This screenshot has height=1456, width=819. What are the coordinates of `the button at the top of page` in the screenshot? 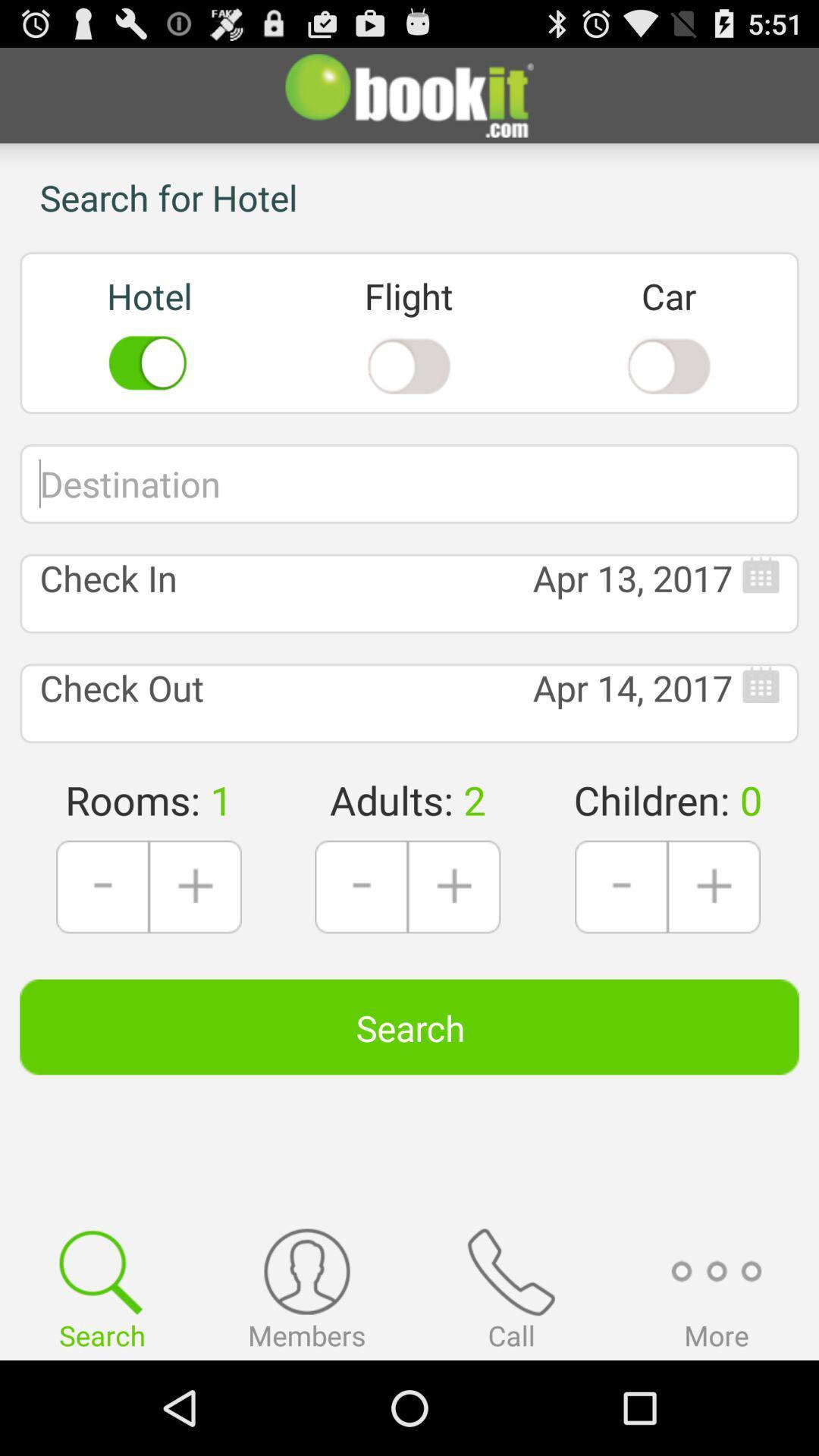 It's located at (409, 94).